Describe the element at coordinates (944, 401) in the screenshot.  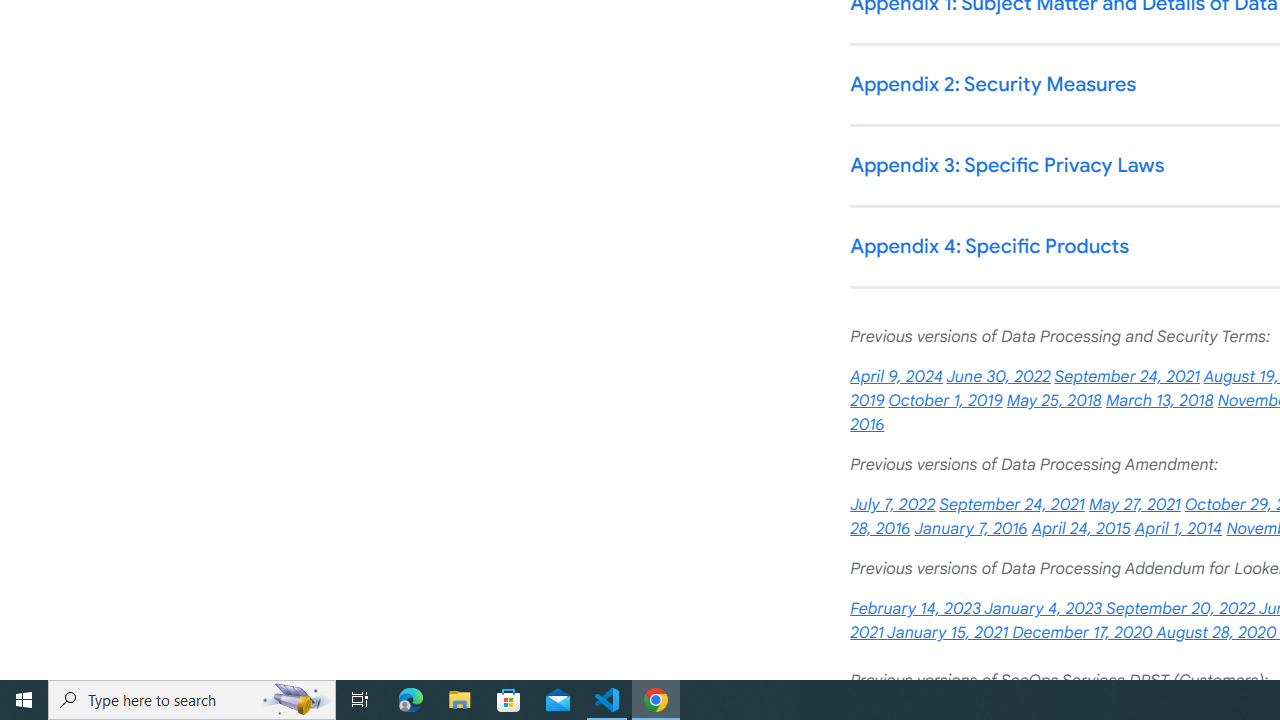
I see `'October 1, 2019'` at that location.